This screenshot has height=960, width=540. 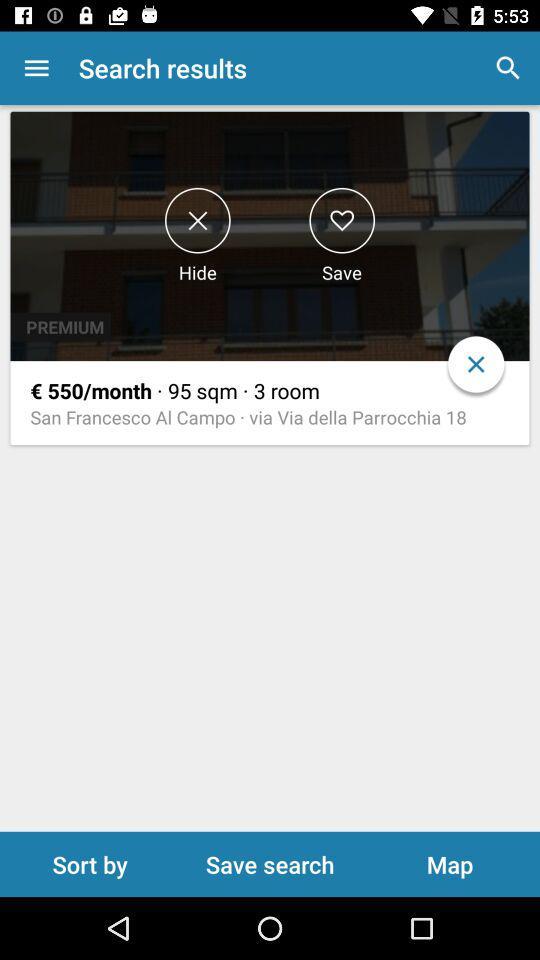 What do you see at coordinates (449, 863) in the screenshot?
I see `icon next to the save search icon` at bounding box center [449, 863].